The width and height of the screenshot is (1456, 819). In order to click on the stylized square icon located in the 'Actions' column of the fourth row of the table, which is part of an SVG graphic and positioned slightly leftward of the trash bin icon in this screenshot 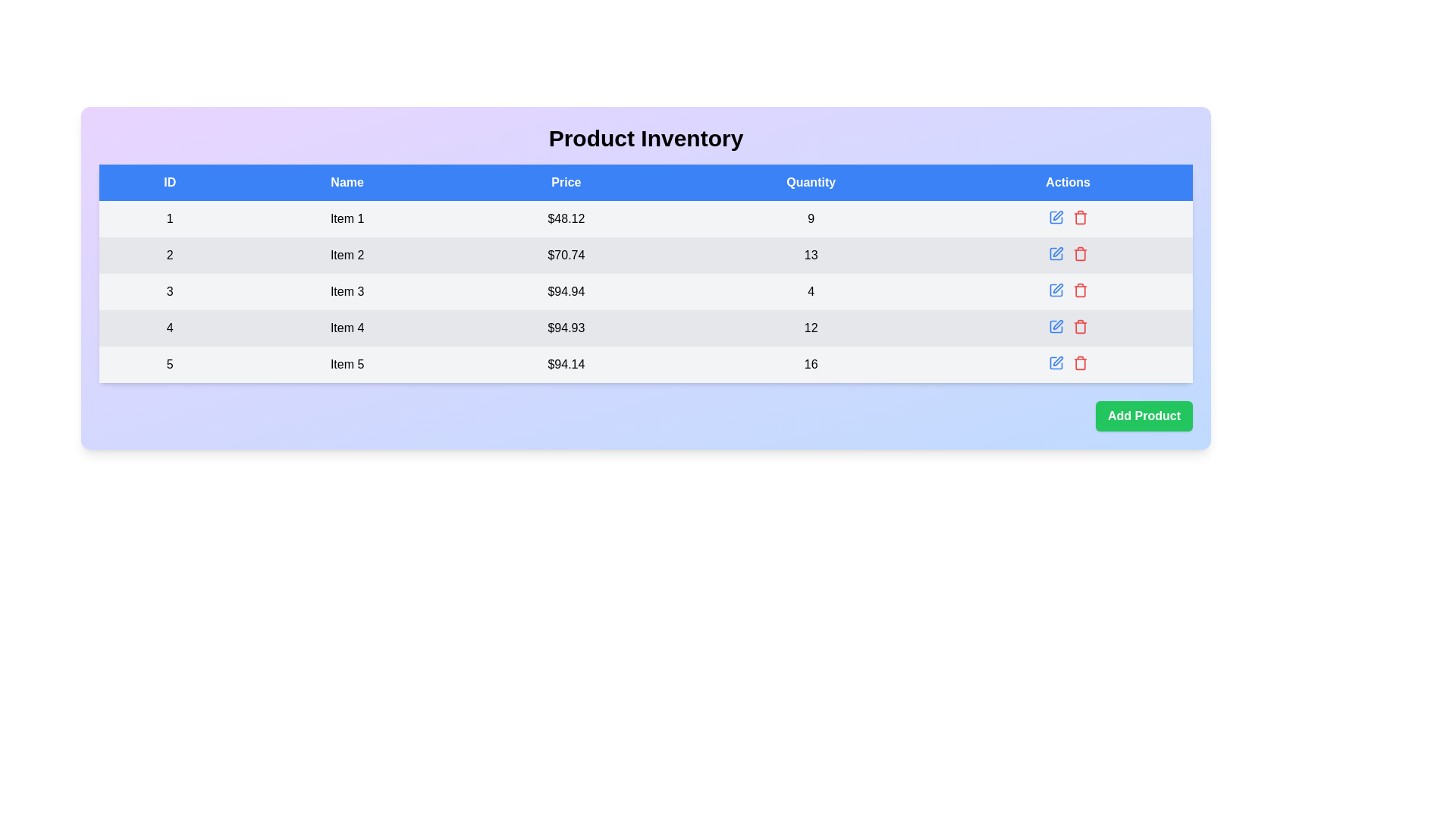, I will do `click(1055, 290)`.